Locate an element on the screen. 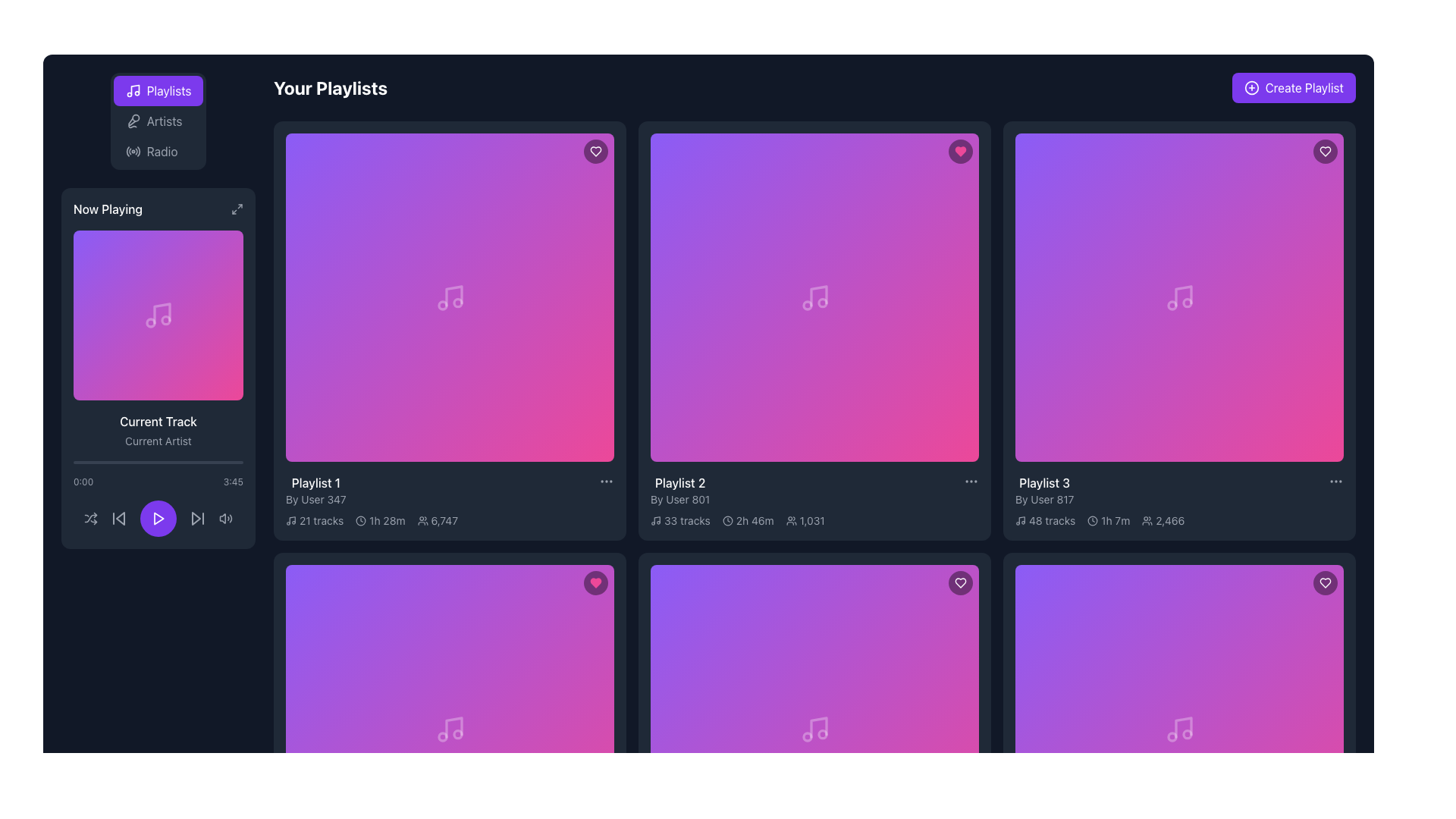  the small circular icon within the music note graphic located in the bottom-right of the playlist card is located at coordinates (1171, 736).